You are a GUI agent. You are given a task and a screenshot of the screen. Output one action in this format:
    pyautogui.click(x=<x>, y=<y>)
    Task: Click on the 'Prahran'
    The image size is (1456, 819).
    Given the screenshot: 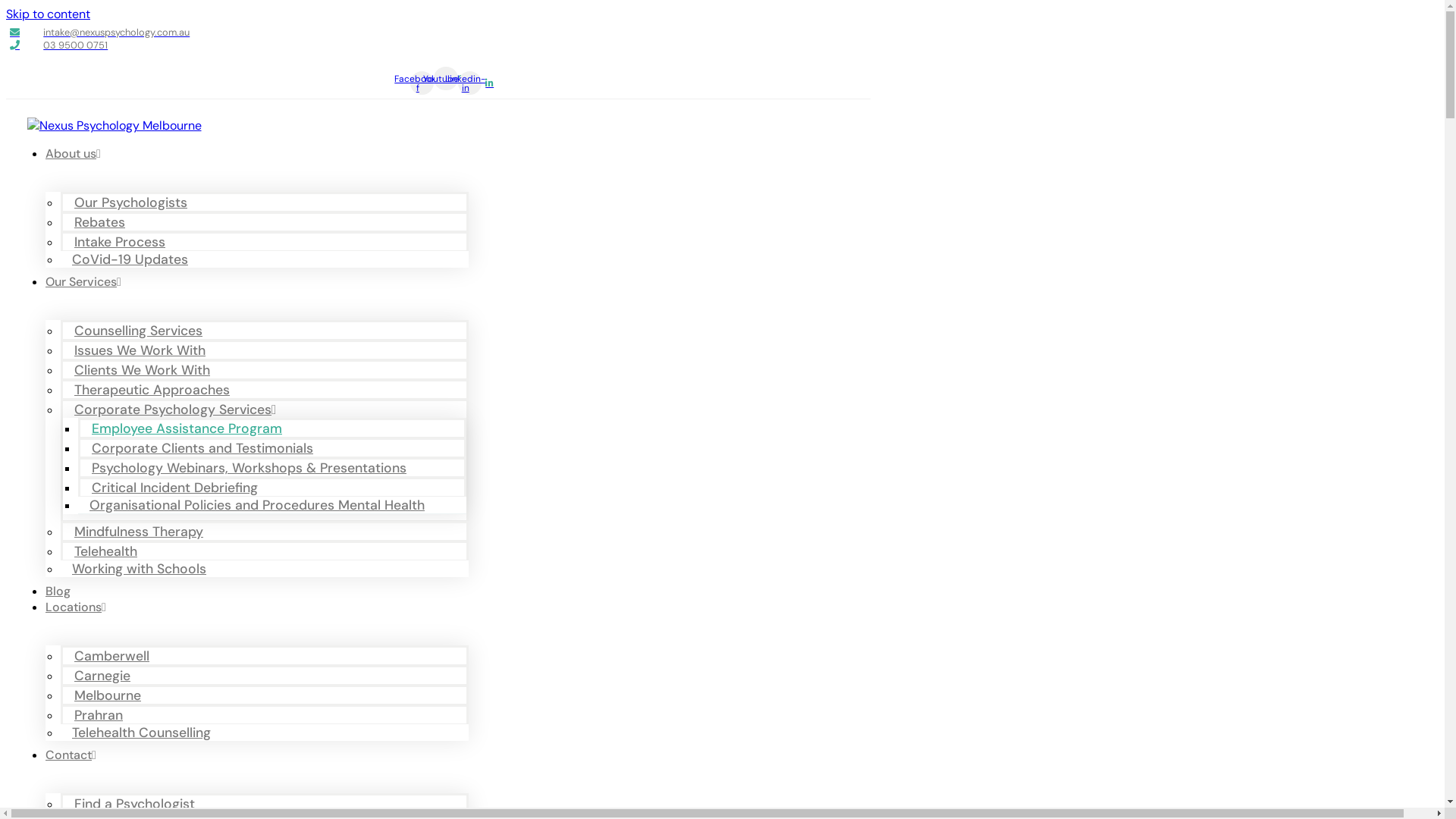 What is the action you would take?
    pyautogui.click(x=101, y=714)
    